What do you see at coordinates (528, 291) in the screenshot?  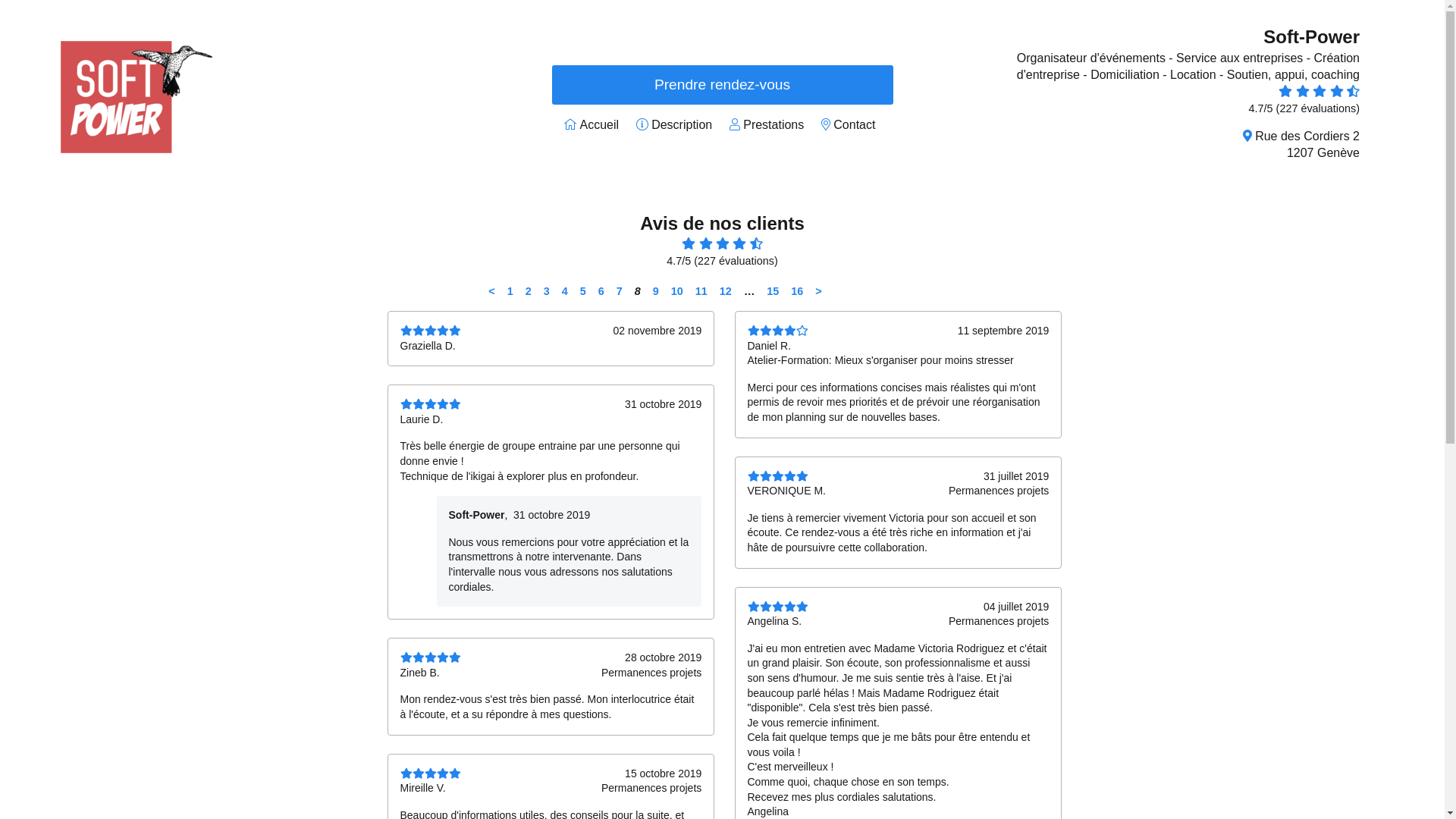 I see `'2'` at bounding box center [528, 291].